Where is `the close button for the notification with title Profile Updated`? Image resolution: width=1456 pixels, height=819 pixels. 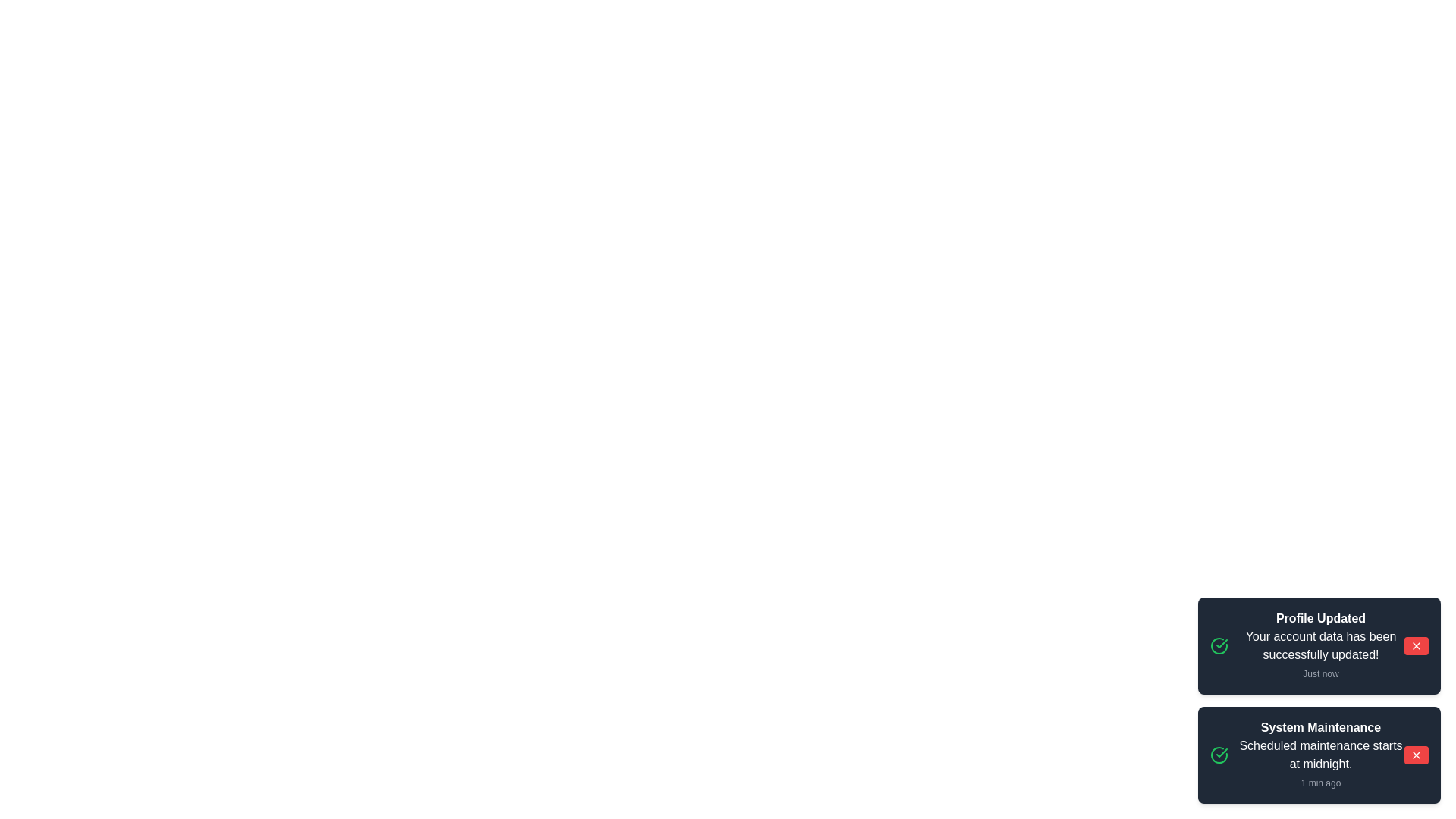
the close button for the notification with title Profile Updated is located at coordinates (1415, 646).